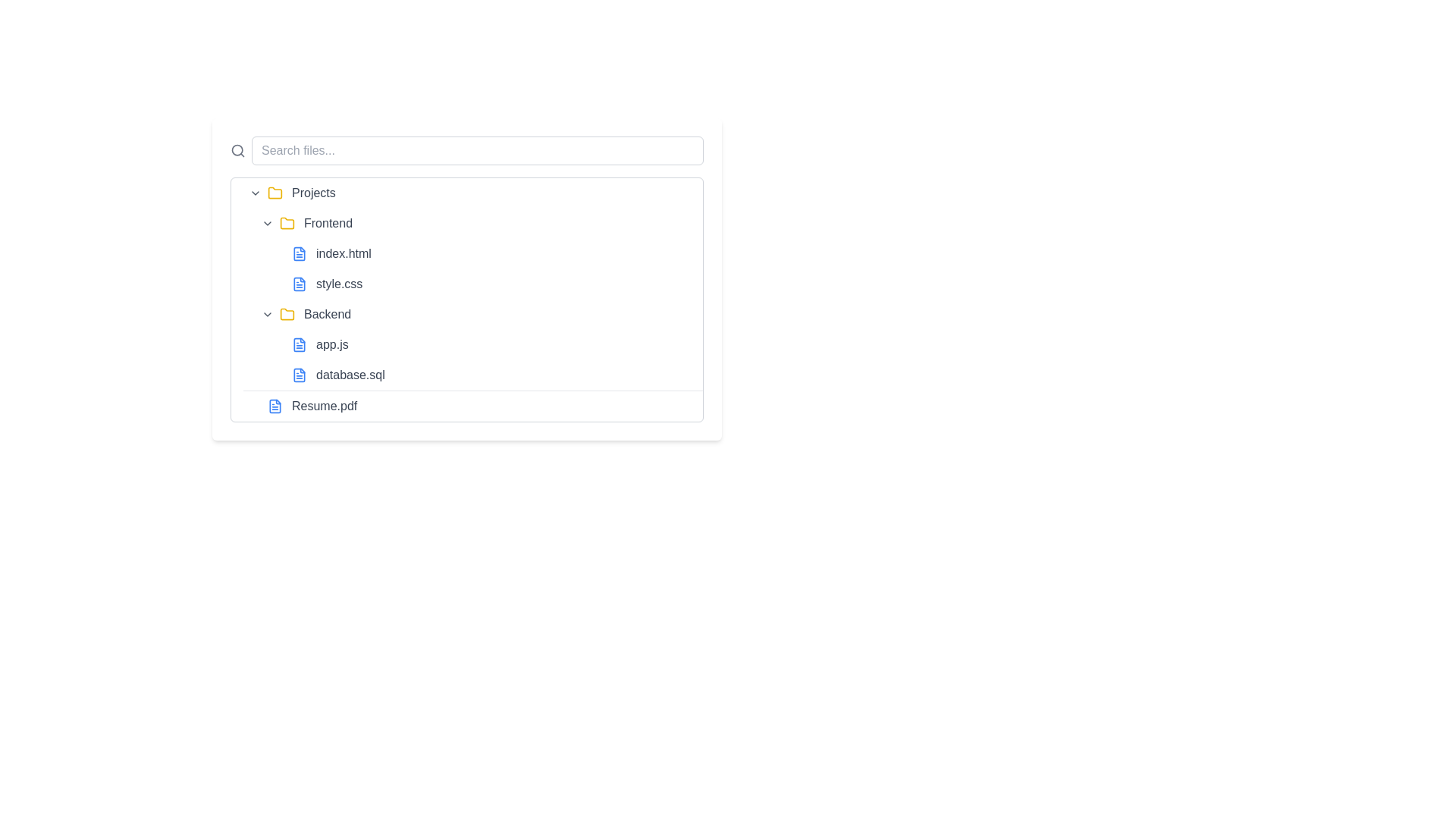 Image resolution: width=1456 pixels, height=819 pixels. I want to click on to select the file named 'style.css' in the file tree, which is part of the 'Frontend' folder under the 'Projects' directory, so click(338, 284).